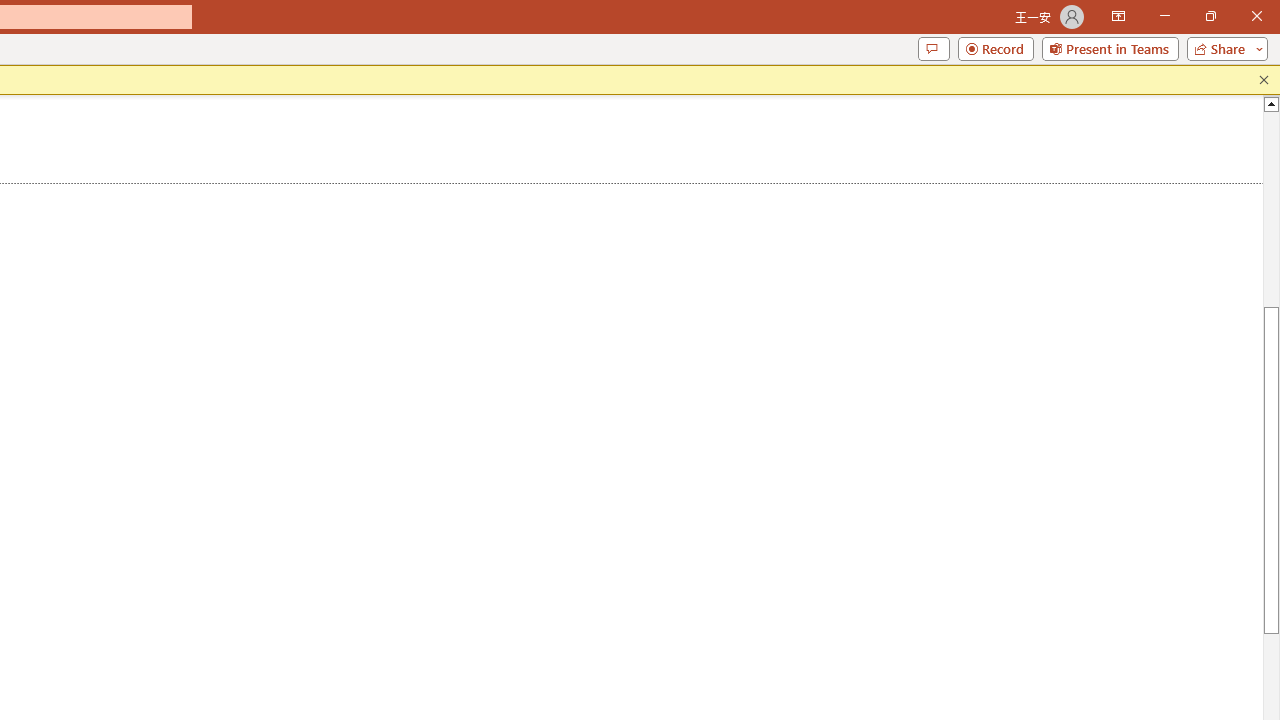 Image resolution: width=1280 pixels, height=720 pixels. I want to click on 'Close', so click(1255, 16).